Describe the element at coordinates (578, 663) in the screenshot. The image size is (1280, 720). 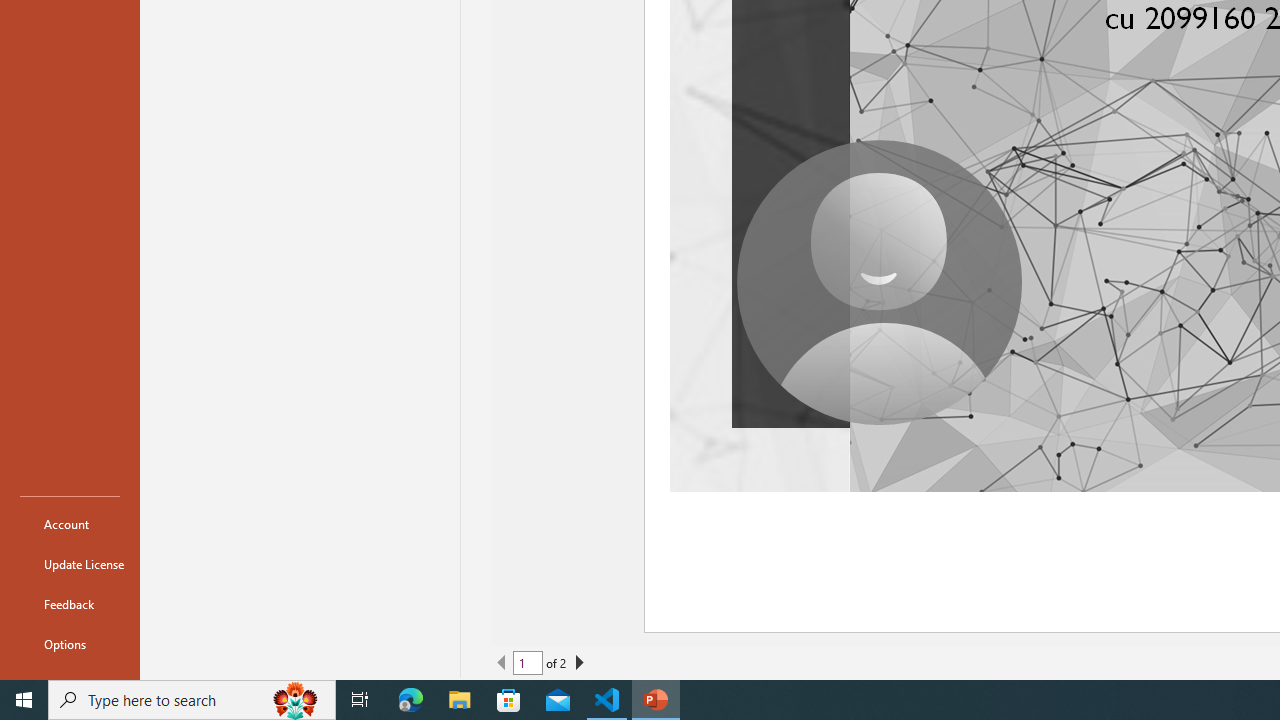
I see `'Next Page'` at that location.